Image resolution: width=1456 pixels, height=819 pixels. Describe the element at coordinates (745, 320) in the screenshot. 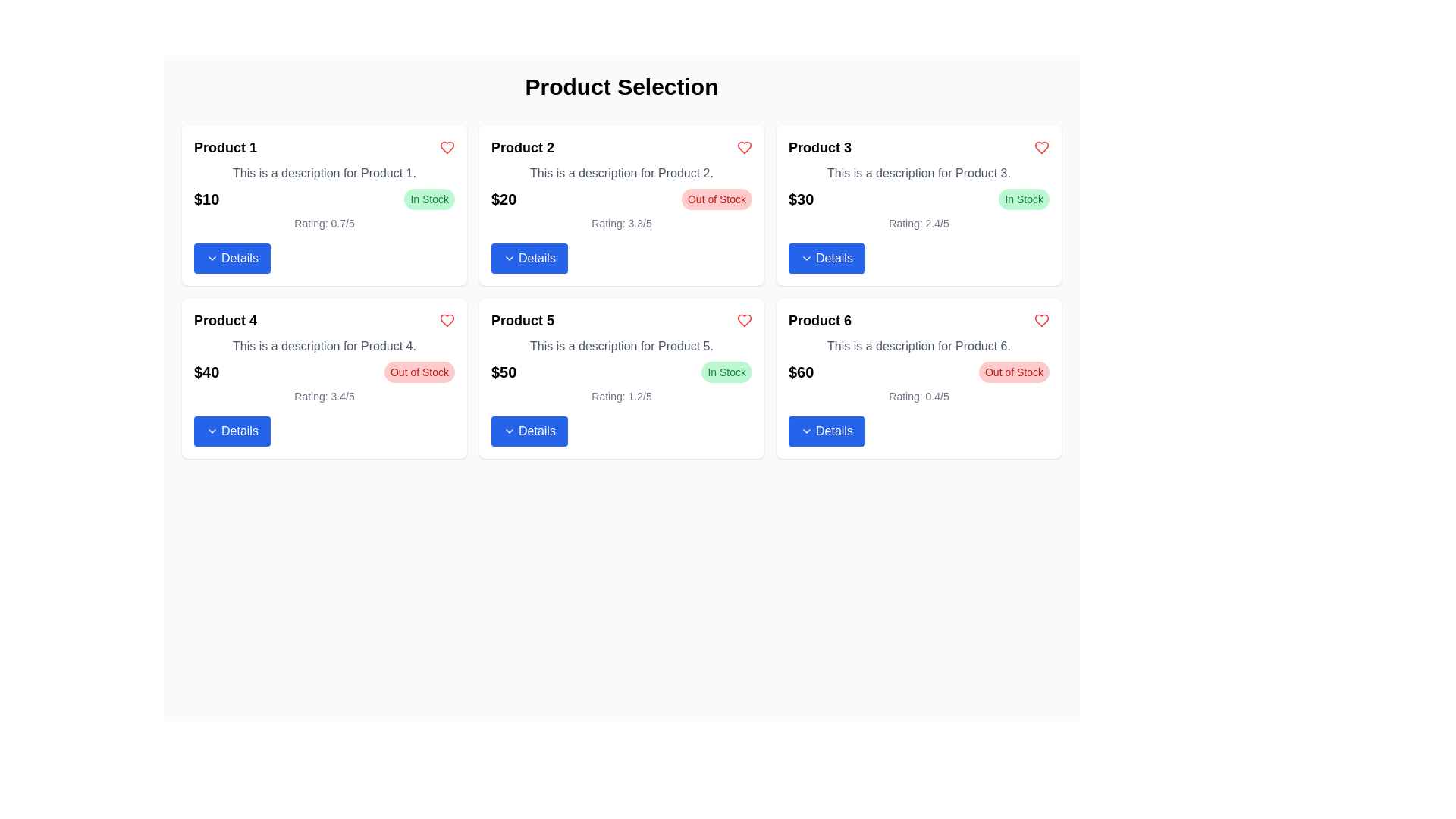

I see `the heart icon button located to the right of the product title 'Product 5'` at that location.